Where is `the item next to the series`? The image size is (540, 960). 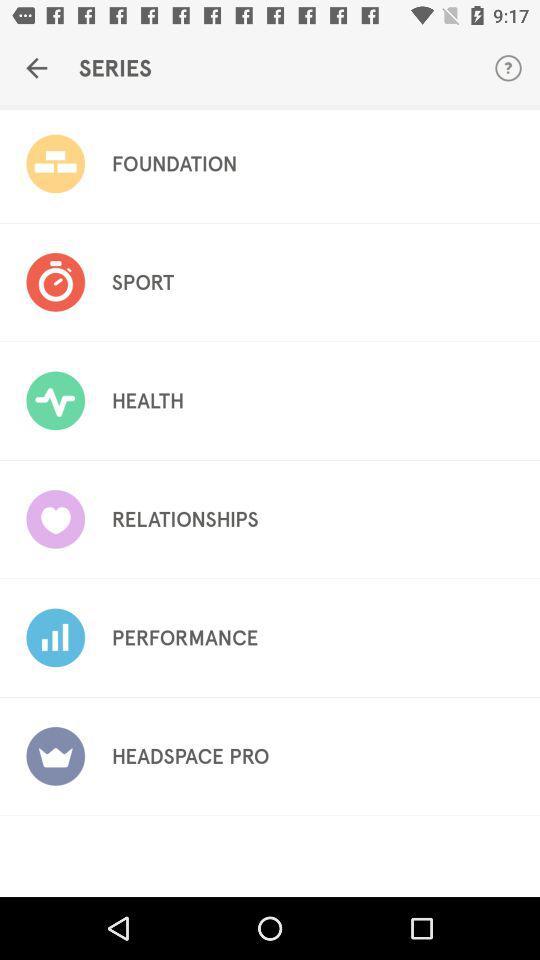
the item next to the series is located at coordinates (508, 68).